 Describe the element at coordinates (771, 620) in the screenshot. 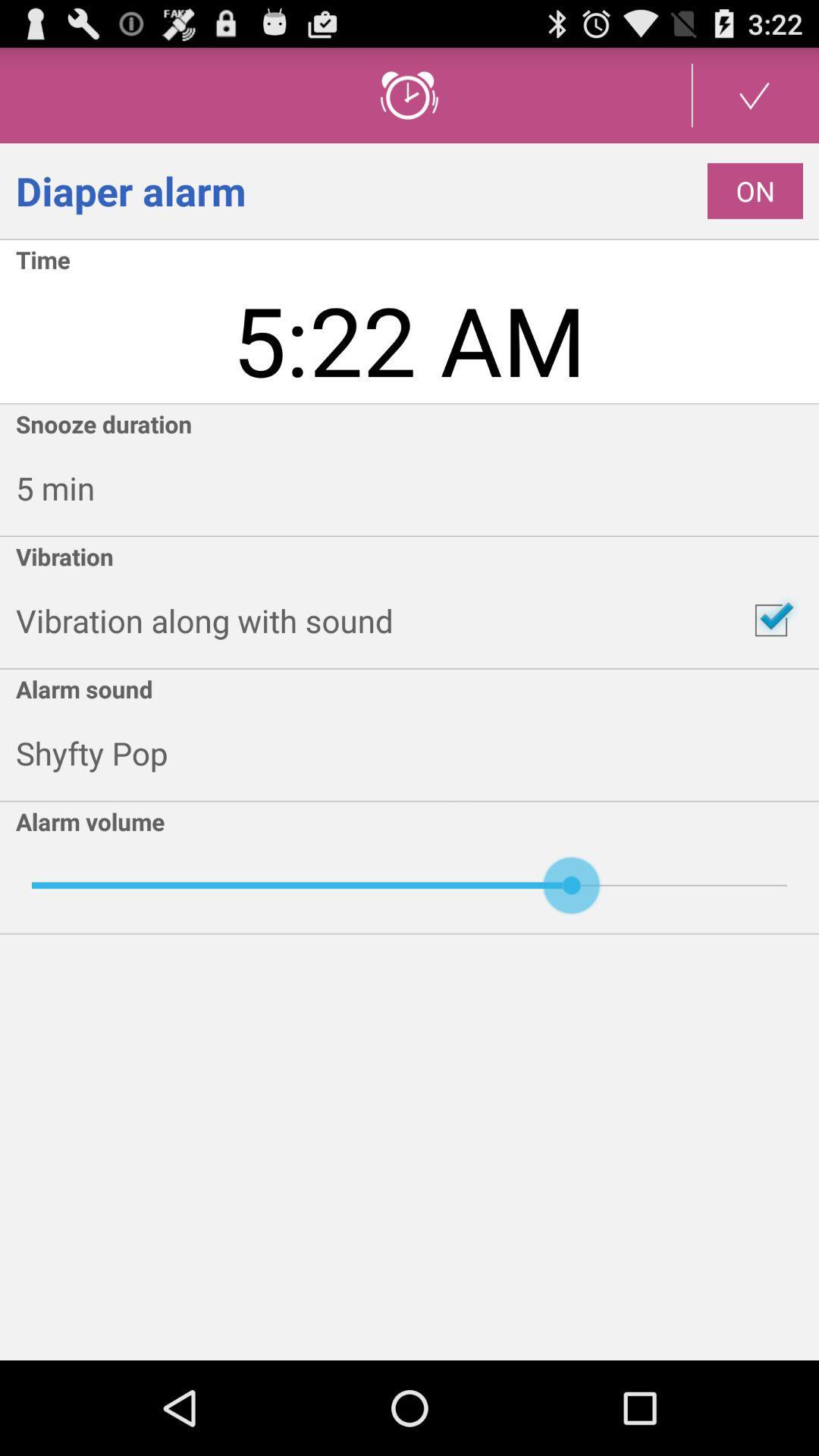

I see `icon on the right` at that location.